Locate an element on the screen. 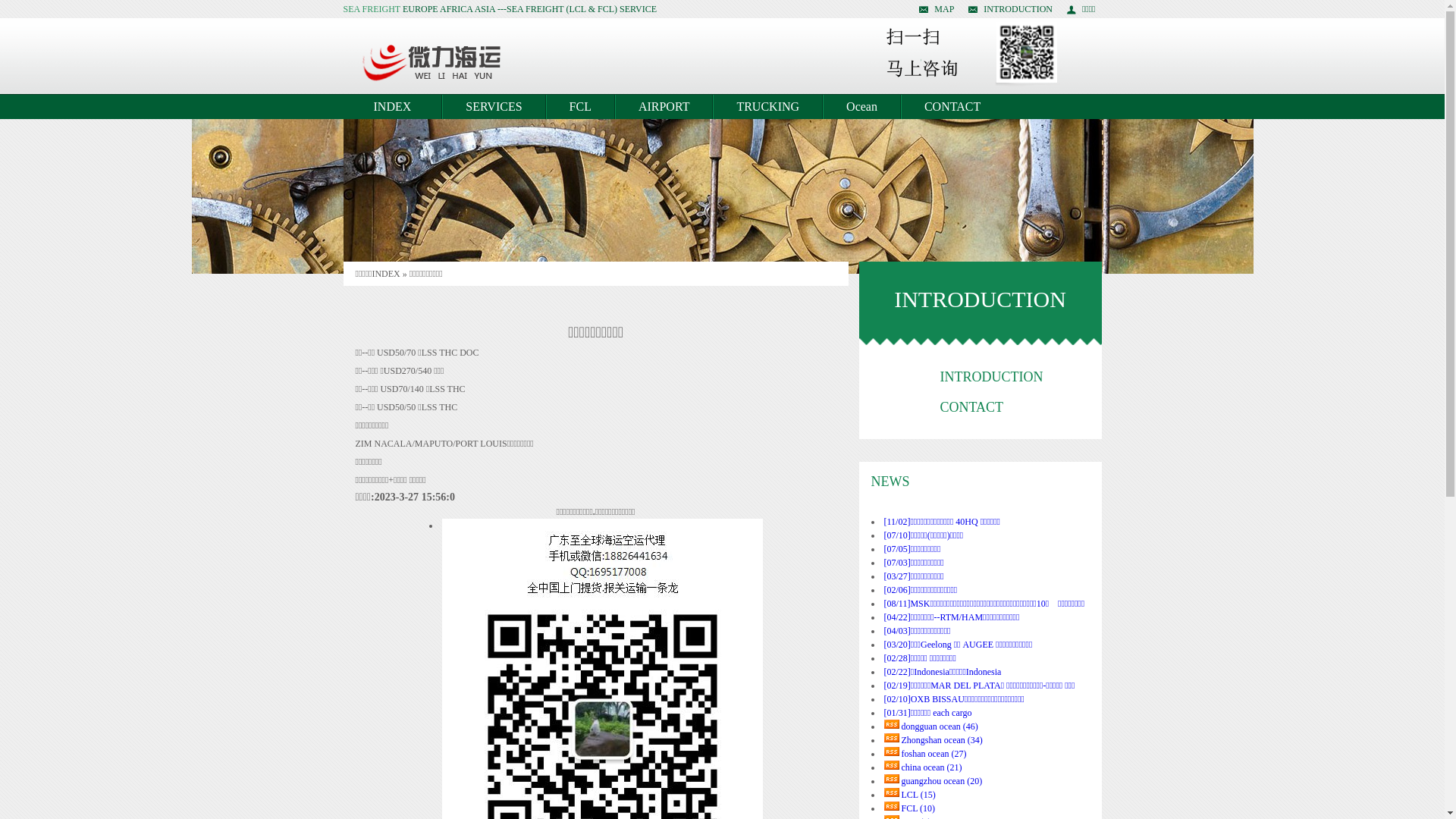  'guangzhou ocean (20)' is located at coordinates (940, 780).